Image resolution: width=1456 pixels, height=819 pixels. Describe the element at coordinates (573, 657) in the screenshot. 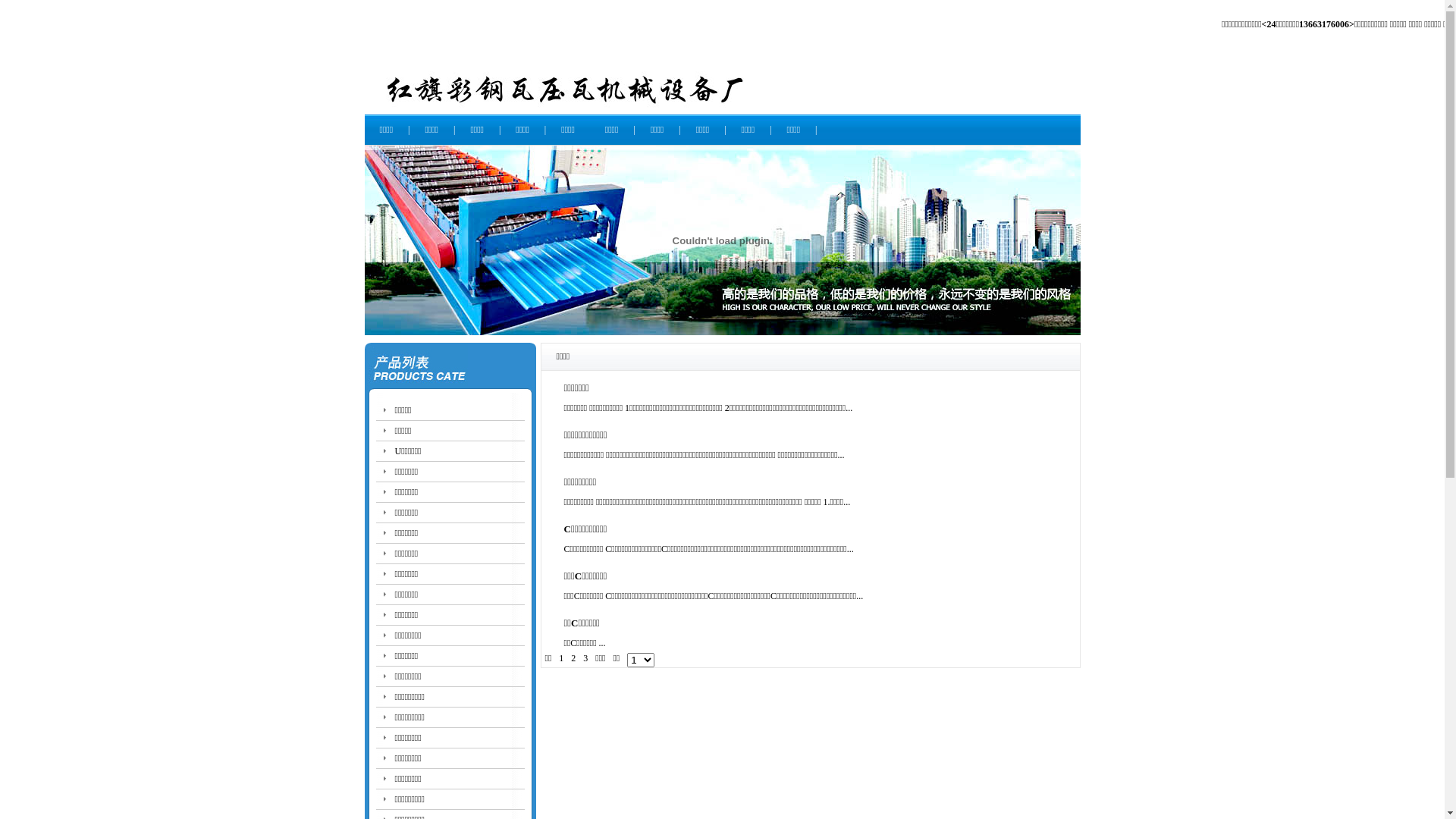

I see `'2'` at that location.